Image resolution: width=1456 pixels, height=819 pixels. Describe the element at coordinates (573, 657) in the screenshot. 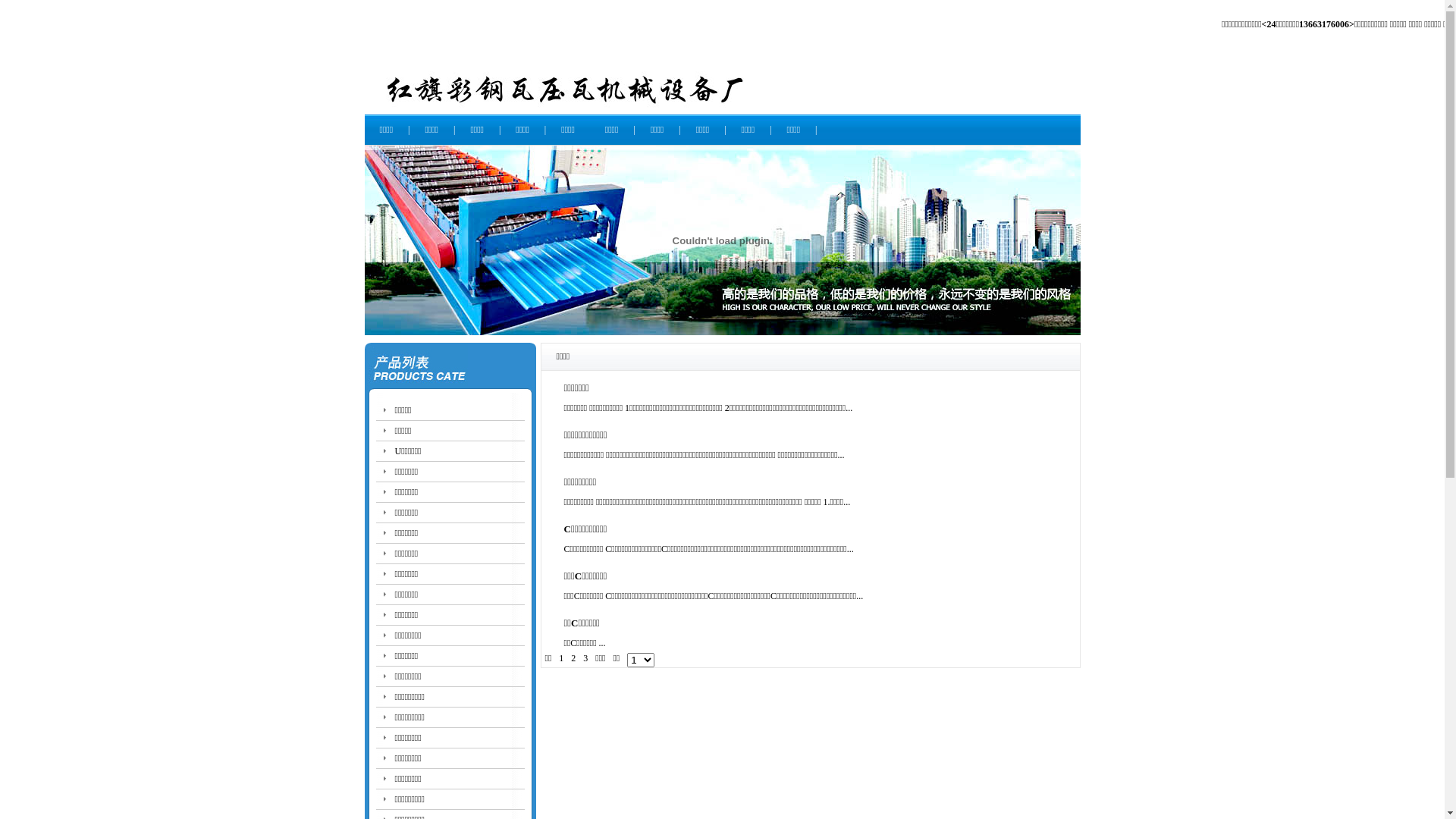

I see `'2'` at that location.